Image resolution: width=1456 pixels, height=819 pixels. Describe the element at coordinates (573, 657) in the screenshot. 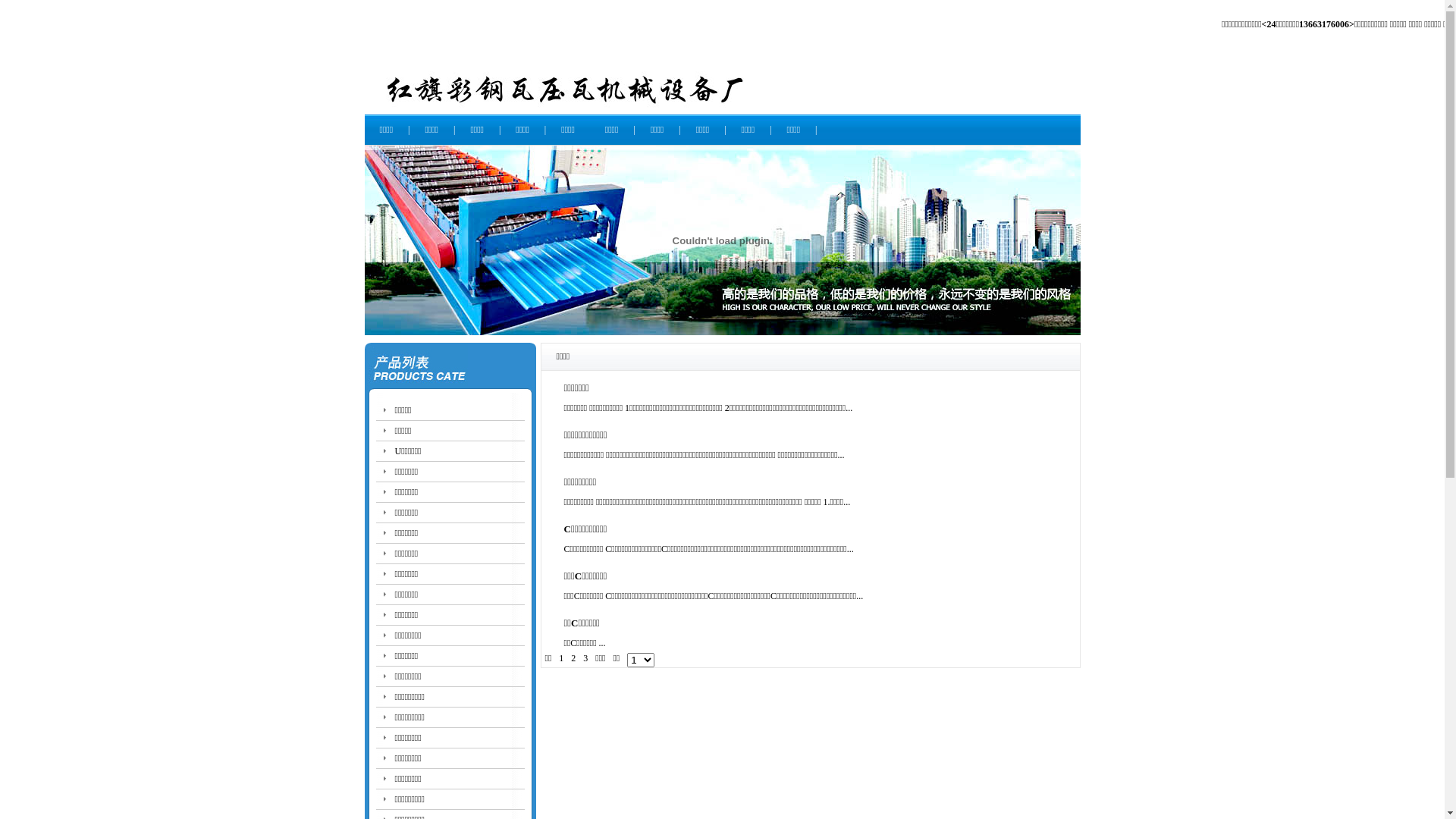

I see `'2'` at that location.